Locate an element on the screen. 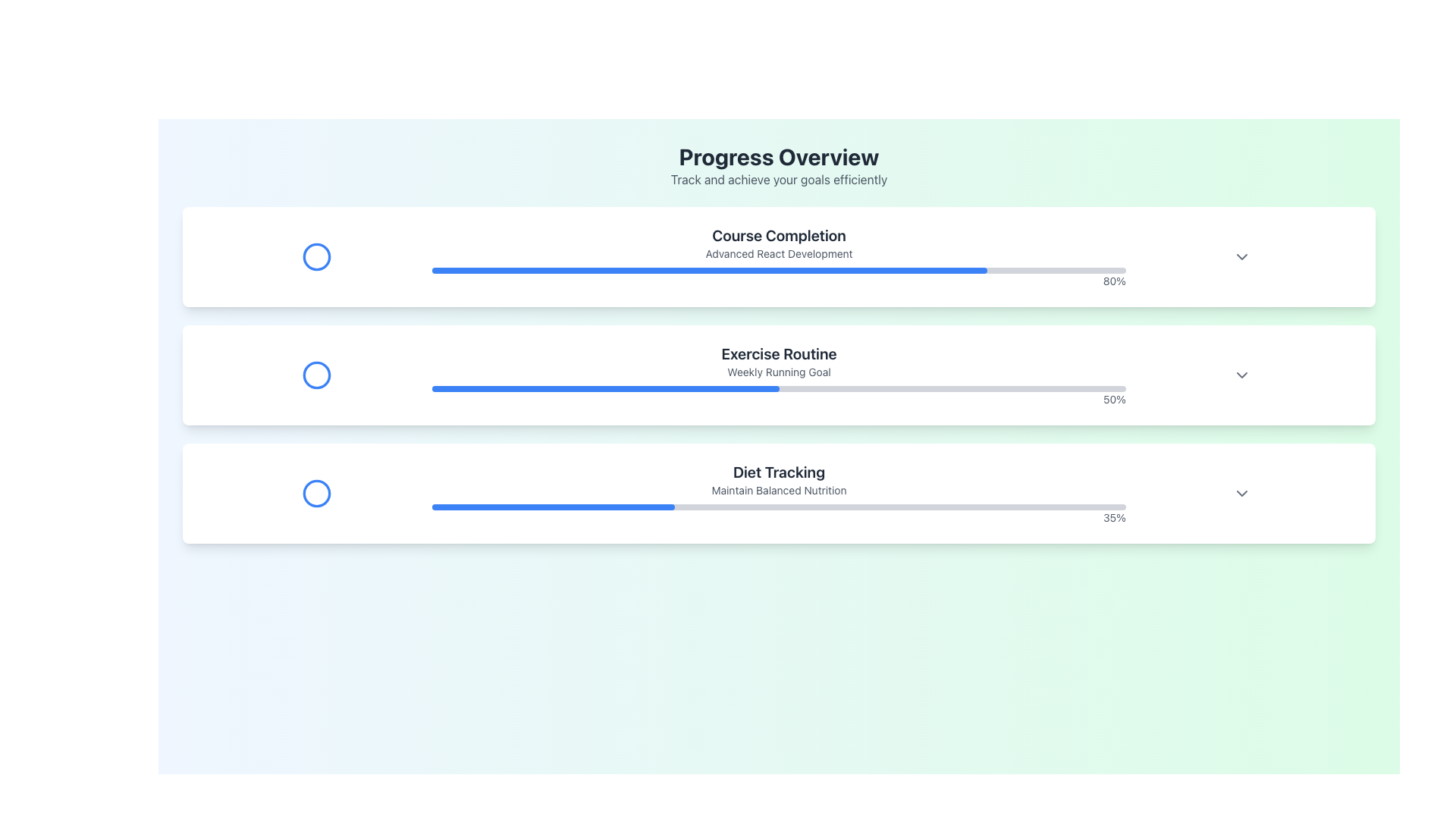 The height and width of the screenshot is (819, 1456). the downward-pointing gray arrow icon, which is the Dropdown toggle indicator located at the far right of the 'Exercise Routine' progress tracking card is located at coordinates (1241, 375).